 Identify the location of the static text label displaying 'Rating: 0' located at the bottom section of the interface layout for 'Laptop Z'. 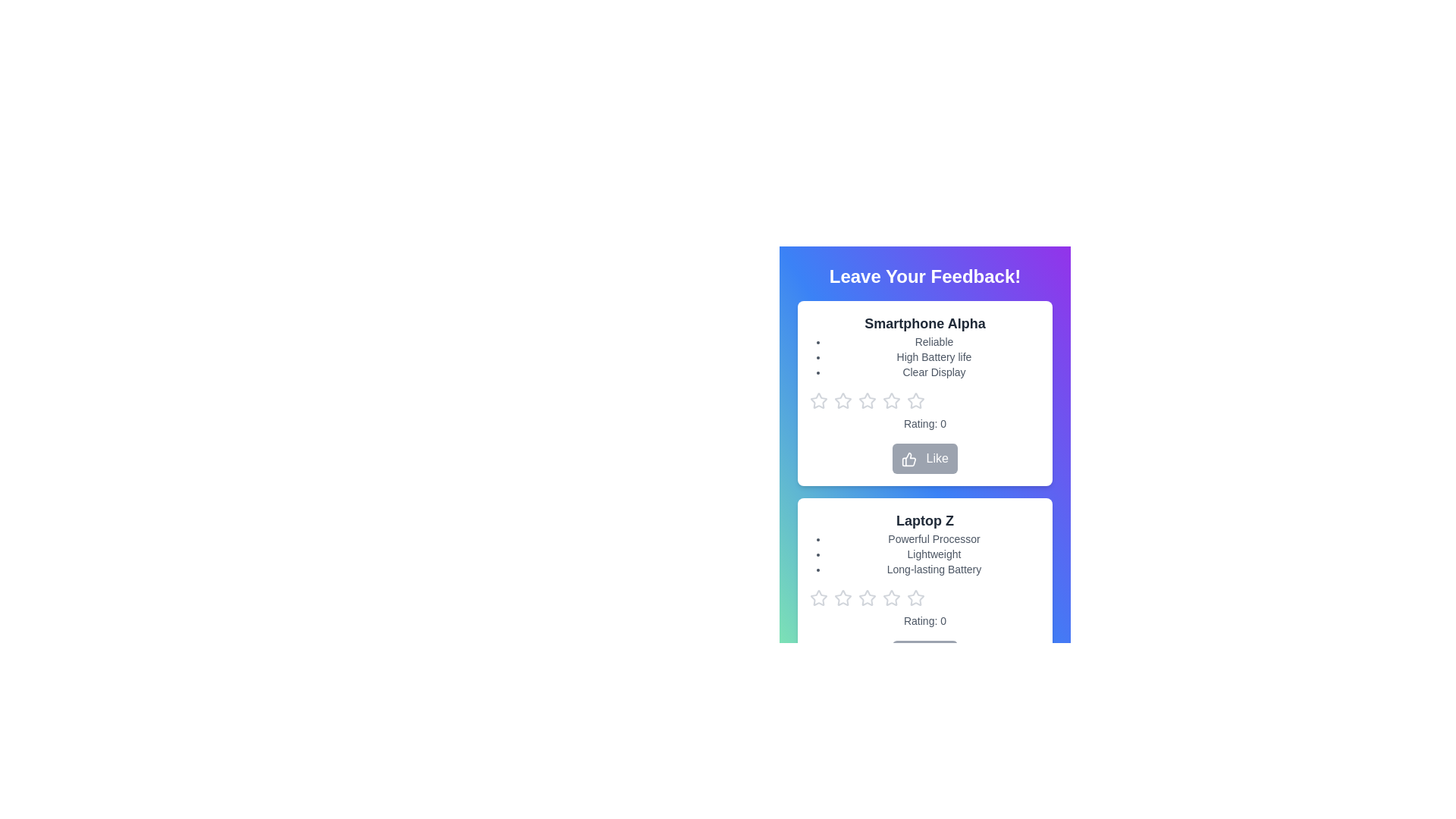
(924, 620).